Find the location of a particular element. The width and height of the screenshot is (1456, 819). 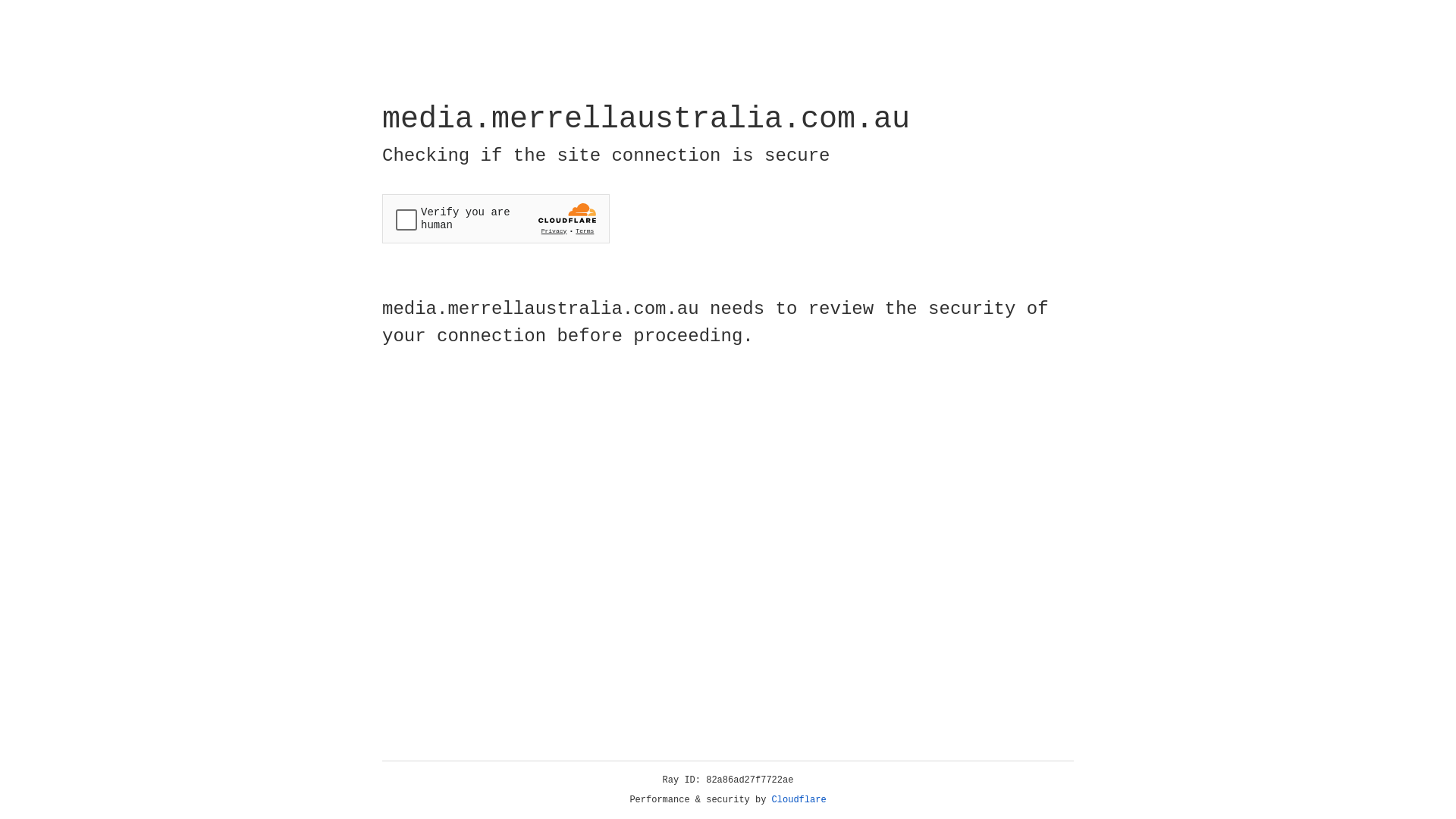

'Widget containing a Cloudflare security challenge' is located at coordinates (495, 218).